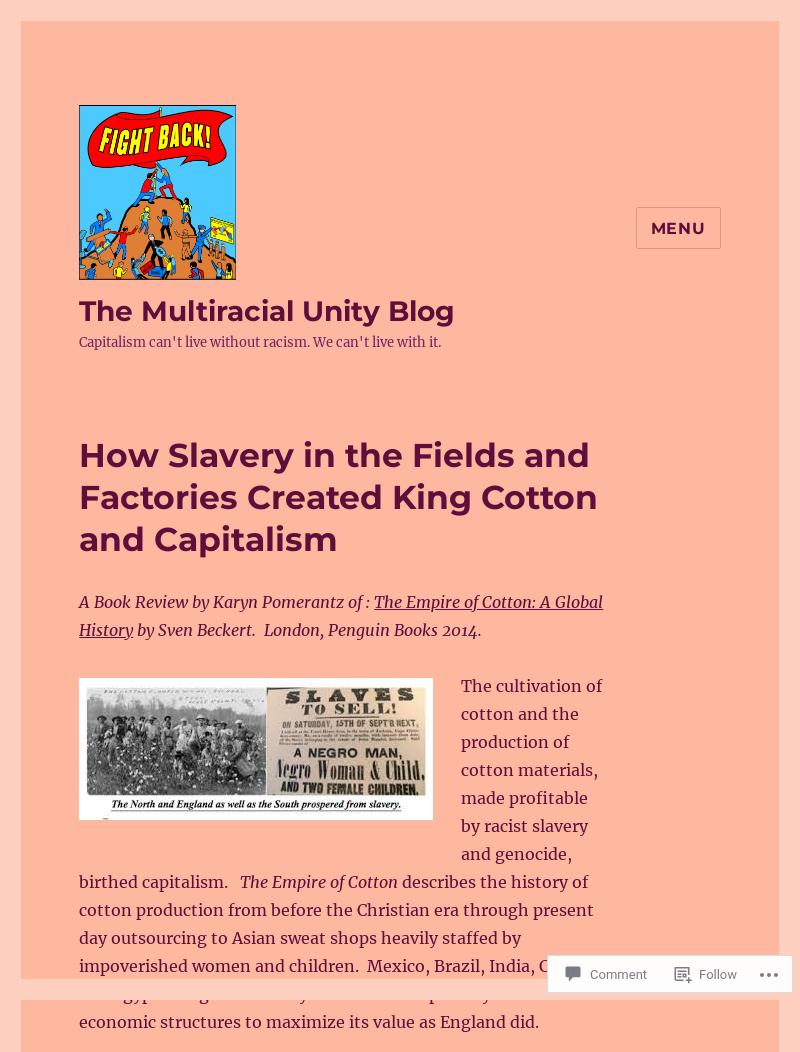 This screenshot has width=800, height=1052. What do you see at coordinates (265, 309) in the screenshot?
I see `'The Multiracial Unity Blog'` at bounding box center [265, 309].